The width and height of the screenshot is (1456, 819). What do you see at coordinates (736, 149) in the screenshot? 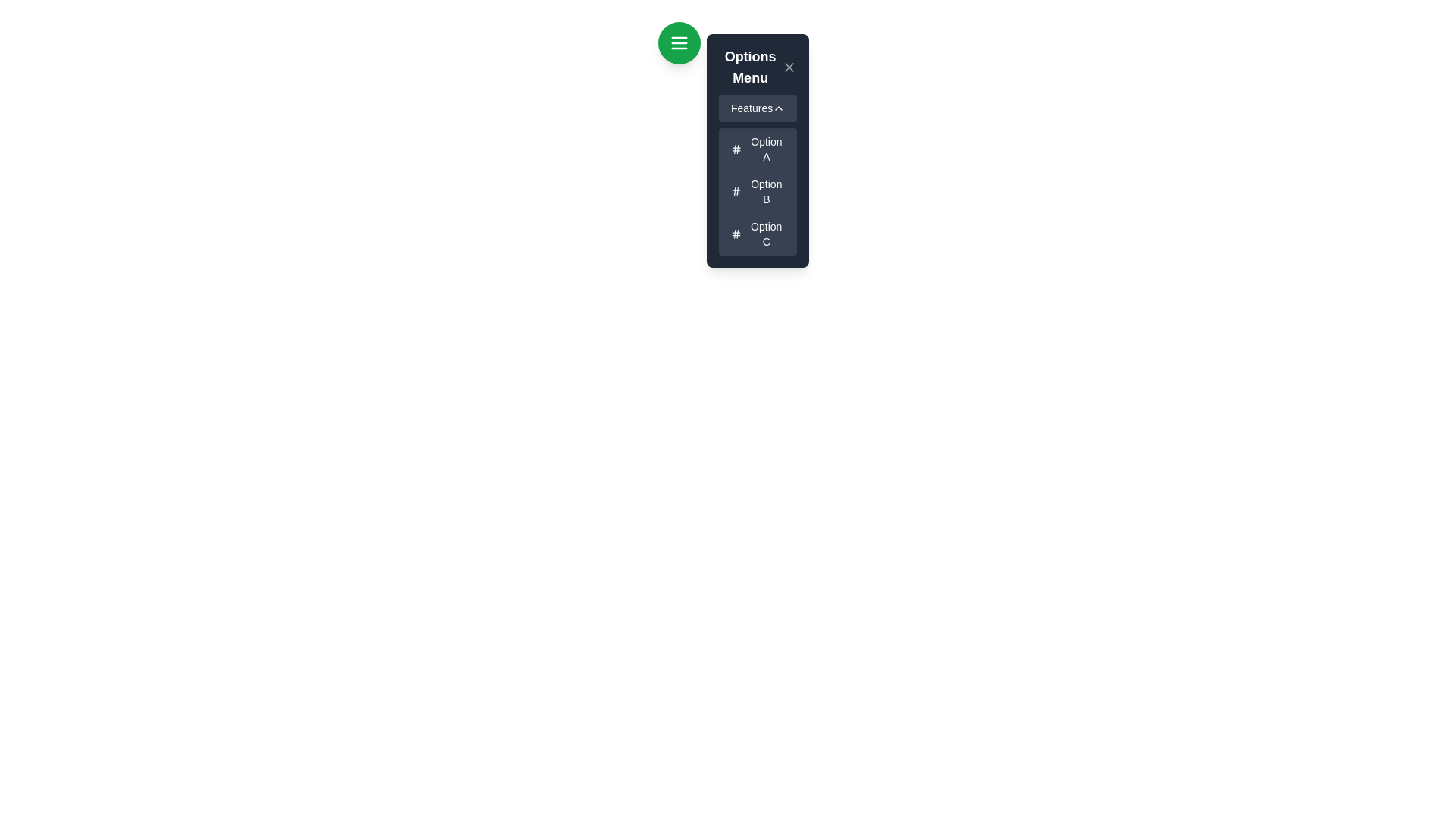
I see `the small dark blue-gray hash symbol icon, styled with bold lines and rounded edges, located` at bounding box center [736, 149].